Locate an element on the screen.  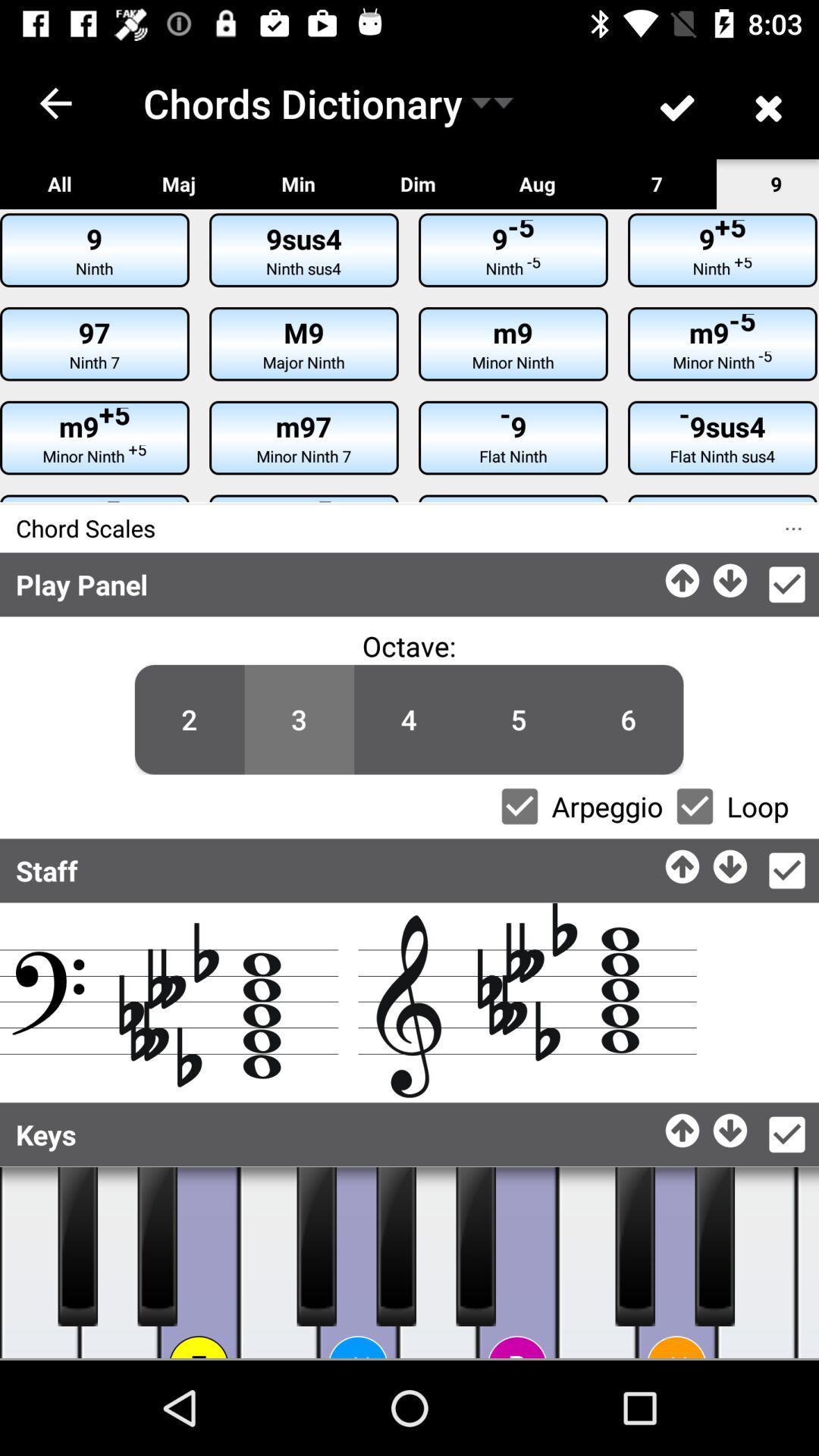
configurations is located at coordinates (786, 584).